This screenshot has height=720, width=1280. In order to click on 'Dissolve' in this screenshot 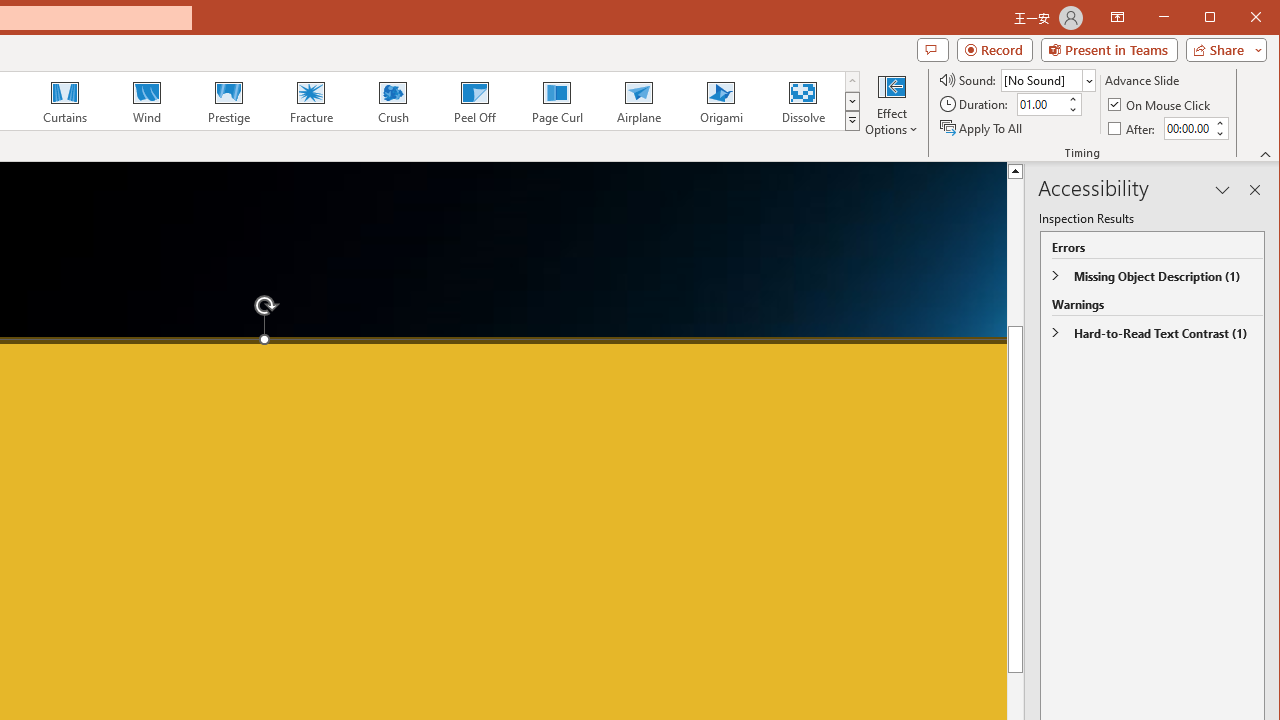, I will do `click(802, 100)`.